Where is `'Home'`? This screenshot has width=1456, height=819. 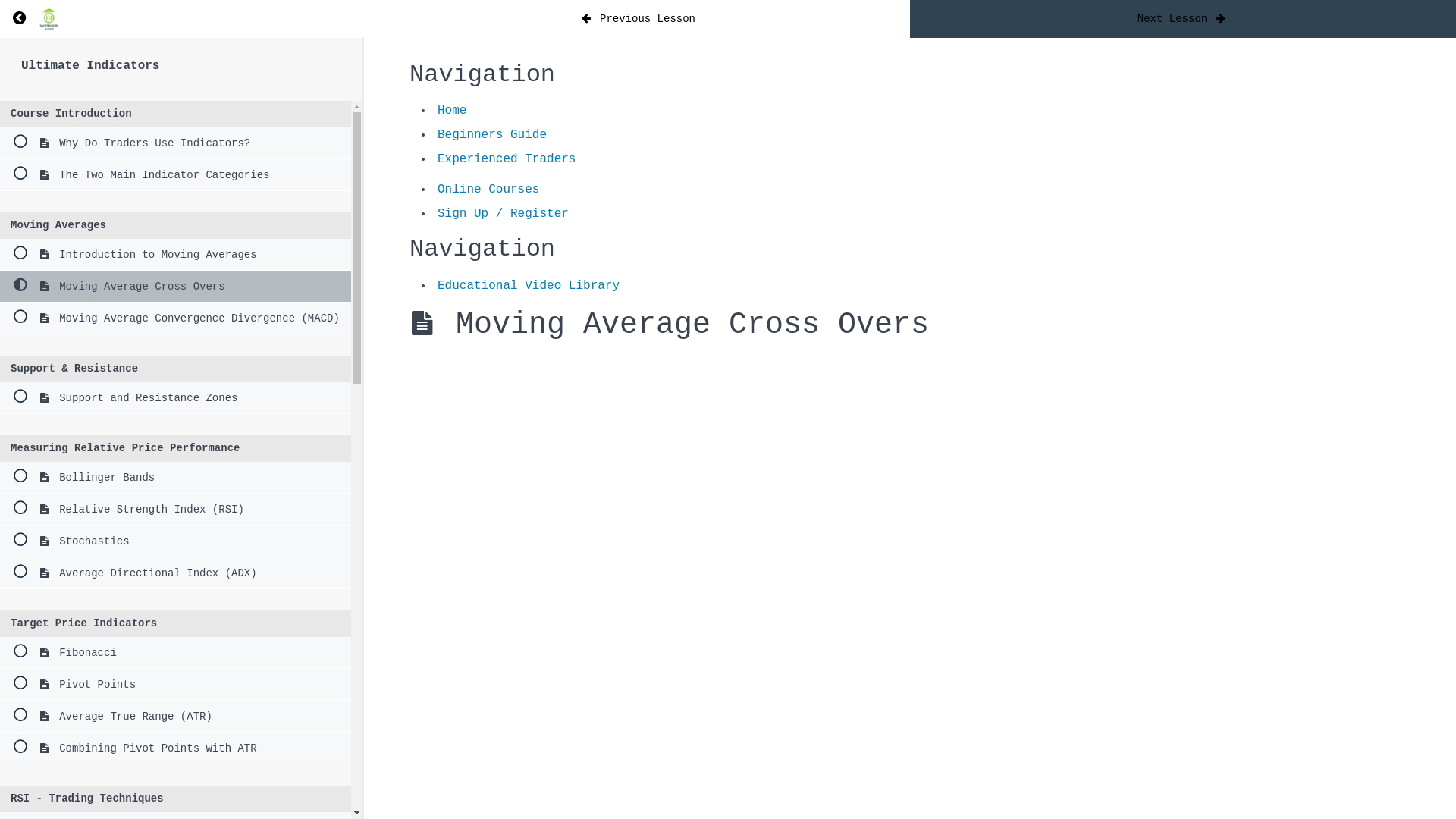
'Home' is located at coordinates (450, 110).